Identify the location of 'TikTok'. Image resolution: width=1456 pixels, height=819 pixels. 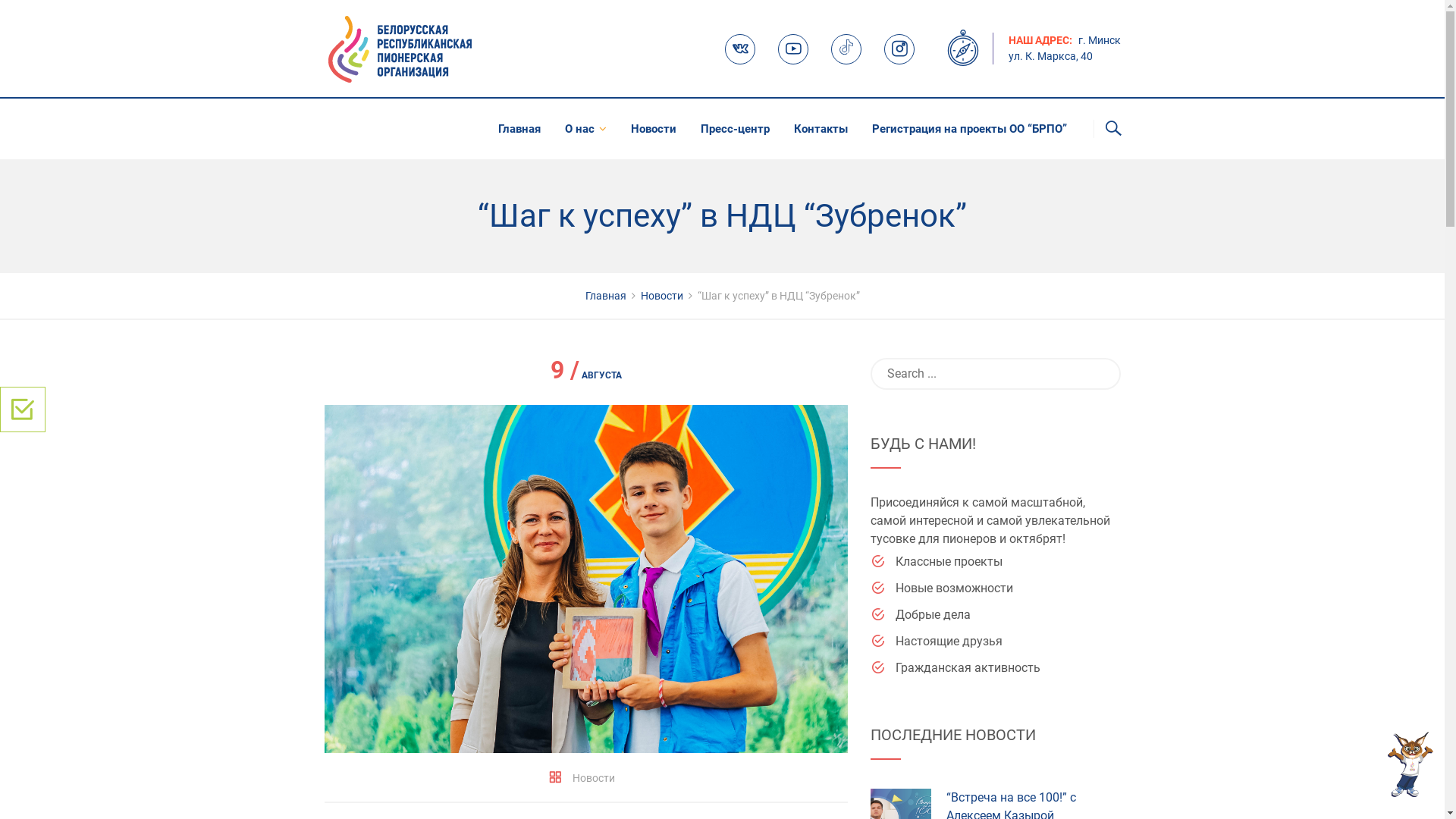
(846, 49).